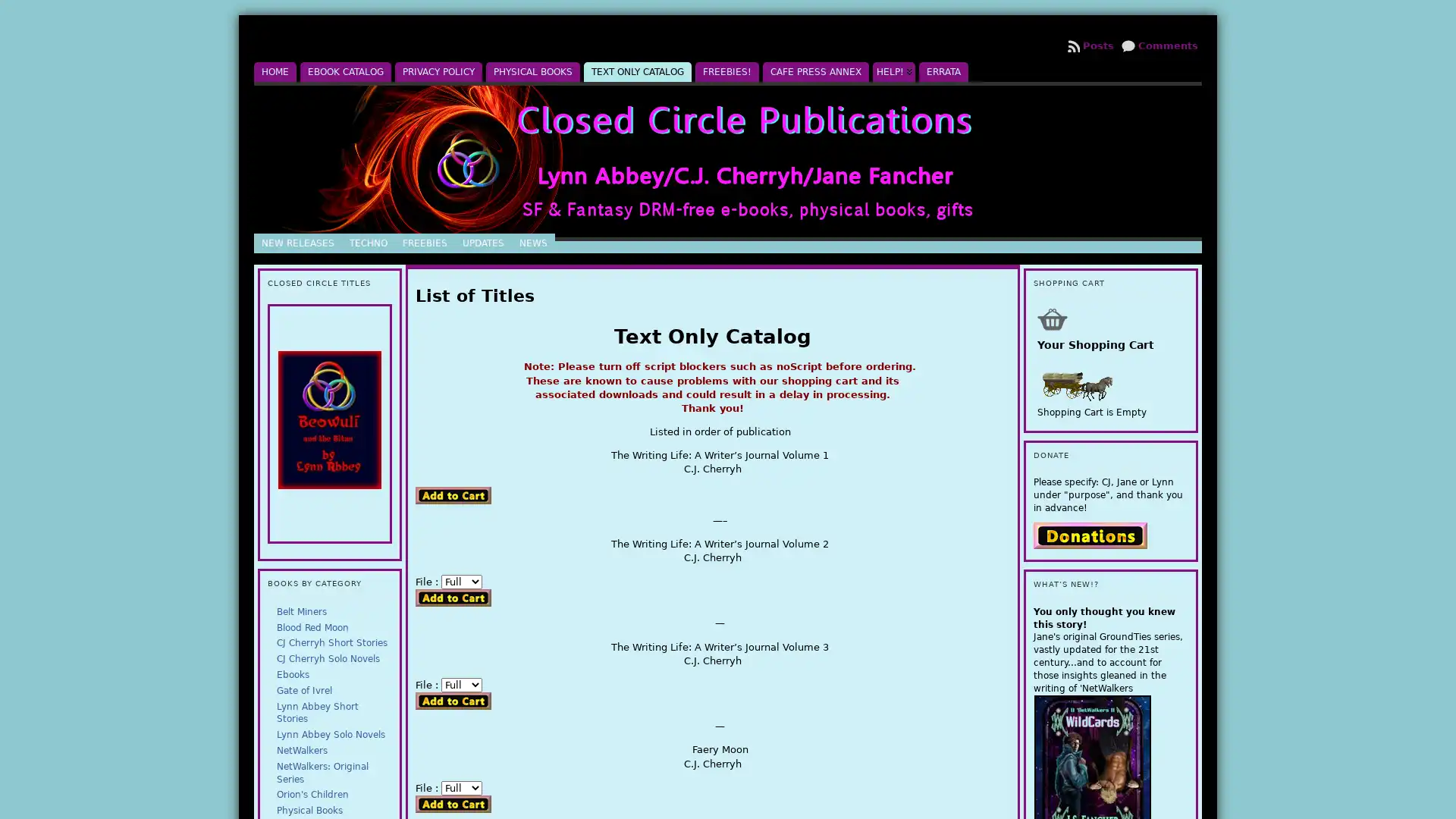 The image size is (1456, 819). Describe the element at coordinates (453, 494) in the screenshot. I see `Add to Cart` at that location.